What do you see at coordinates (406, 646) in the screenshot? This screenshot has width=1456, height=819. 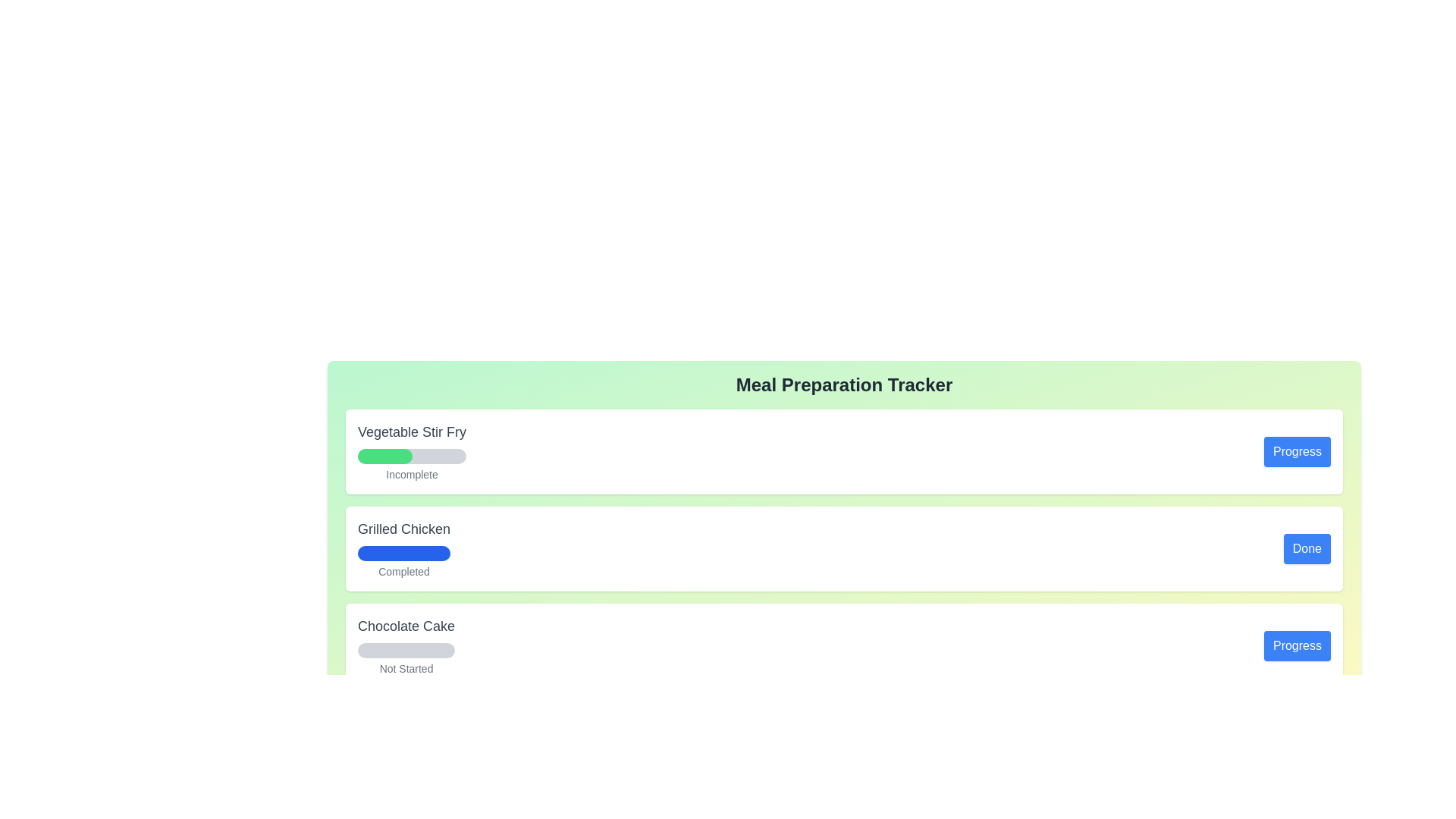 I see `displayed text on the Status display component for 'Chocolate Cake' which shows 'Not Started' below the progress bar` at bounding box center [406, 646].